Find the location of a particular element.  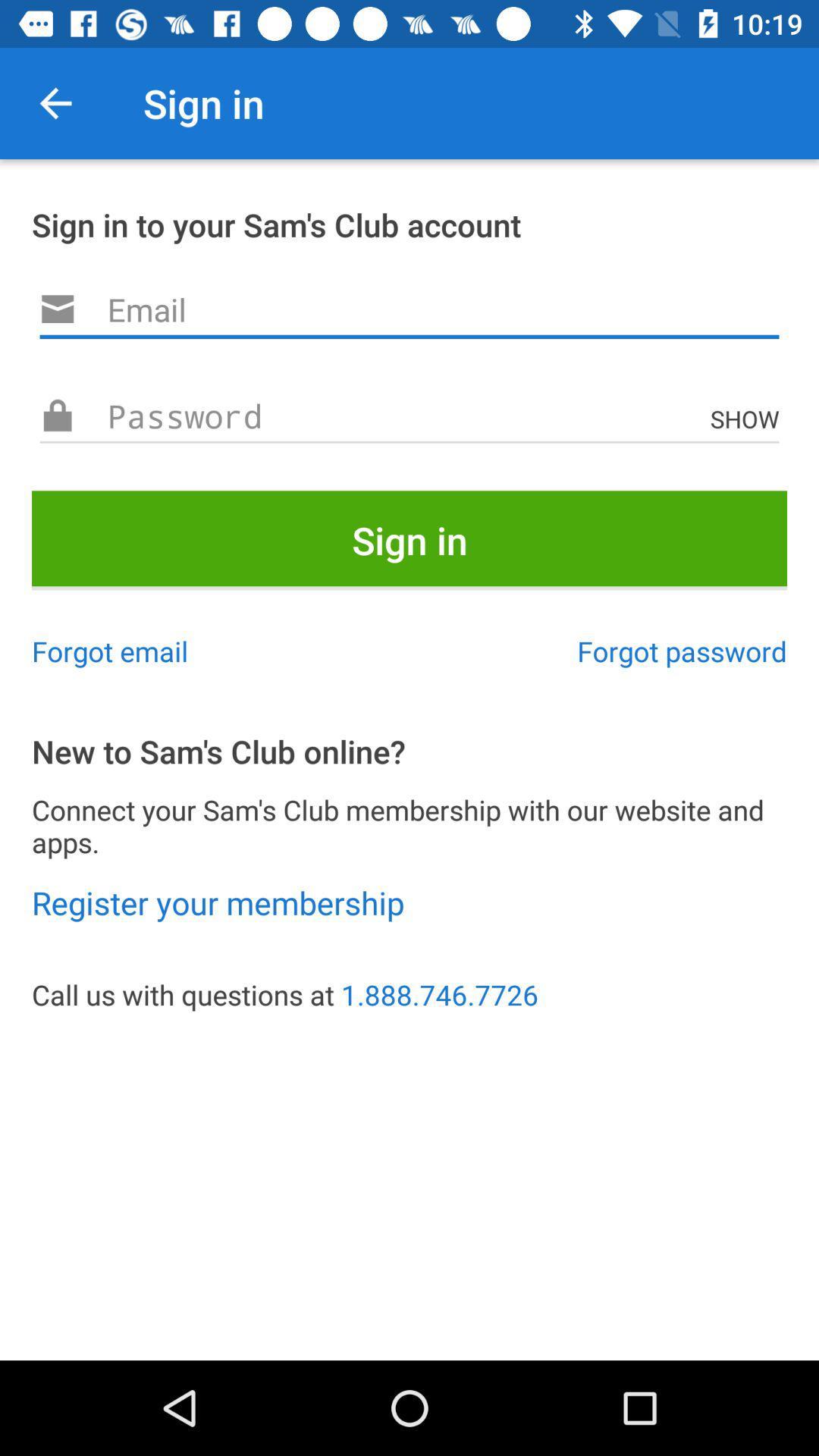

icon next to the sign in item is located at coordinates (55, 102).